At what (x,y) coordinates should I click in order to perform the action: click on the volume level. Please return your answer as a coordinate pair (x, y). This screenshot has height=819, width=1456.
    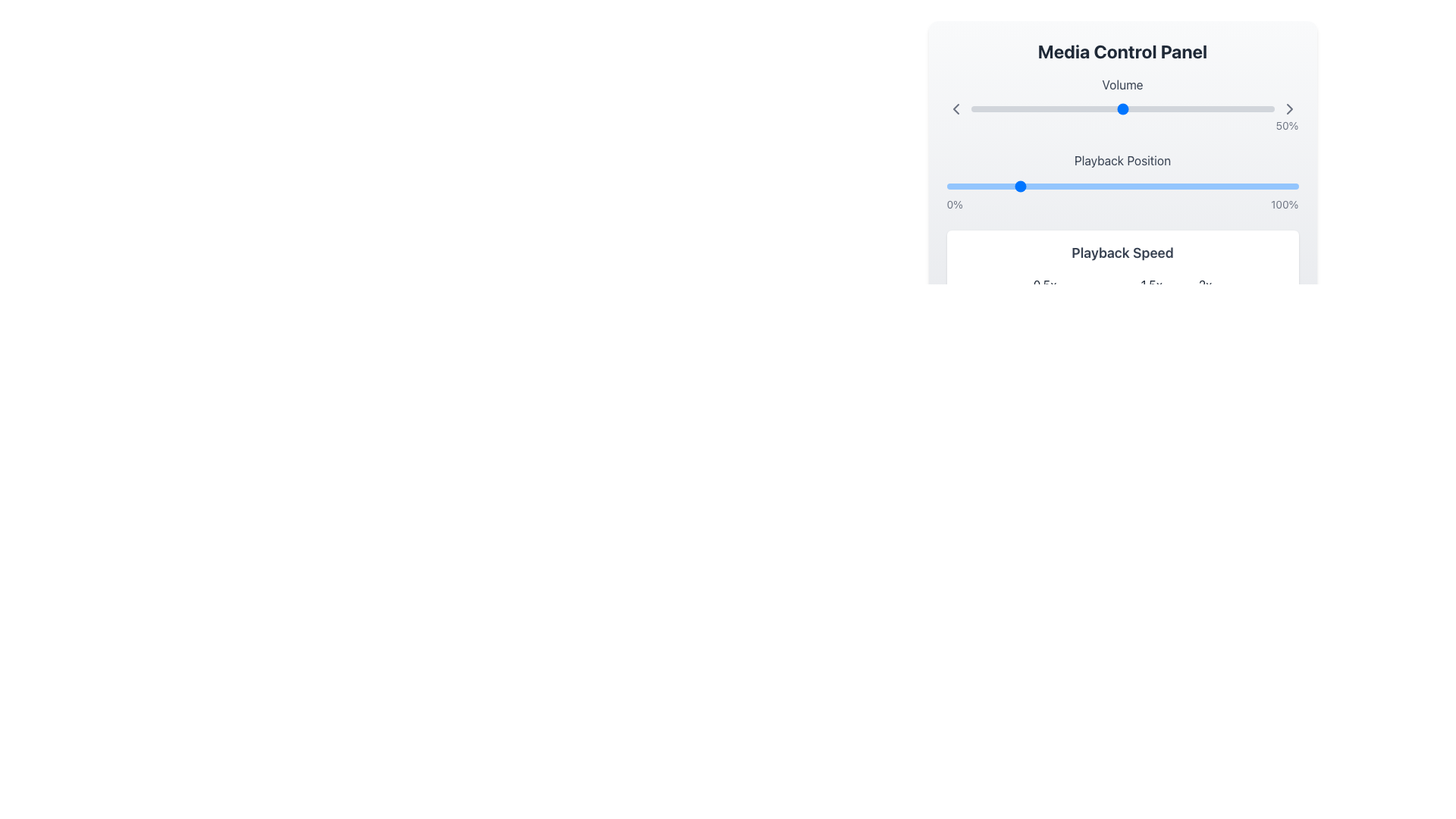
    Looking at the image, I should click on (1238, 108).